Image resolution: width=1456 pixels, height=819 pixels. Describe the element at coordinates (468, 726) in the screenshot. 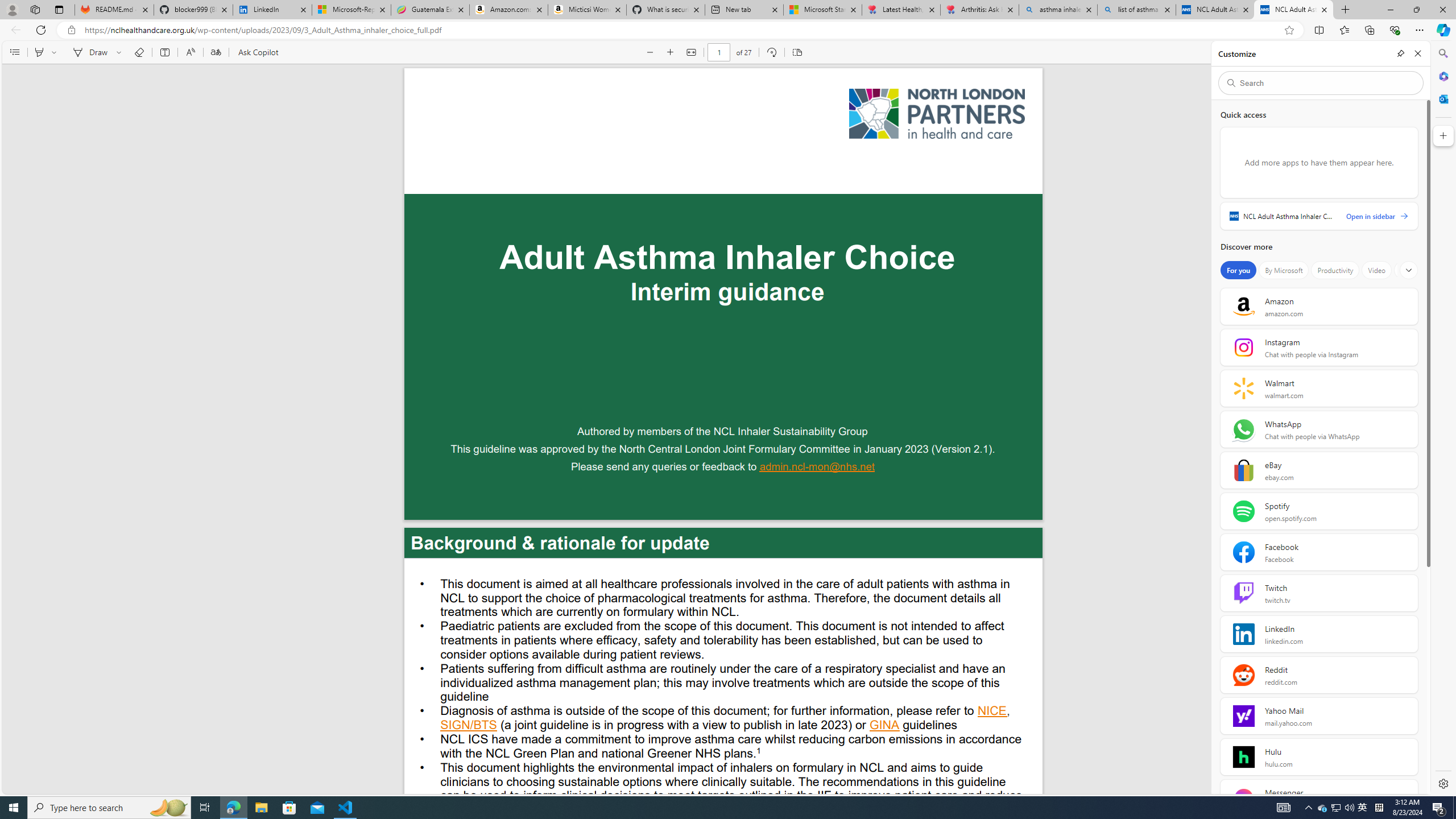

I see `'SIGN/BTS'` at that location.